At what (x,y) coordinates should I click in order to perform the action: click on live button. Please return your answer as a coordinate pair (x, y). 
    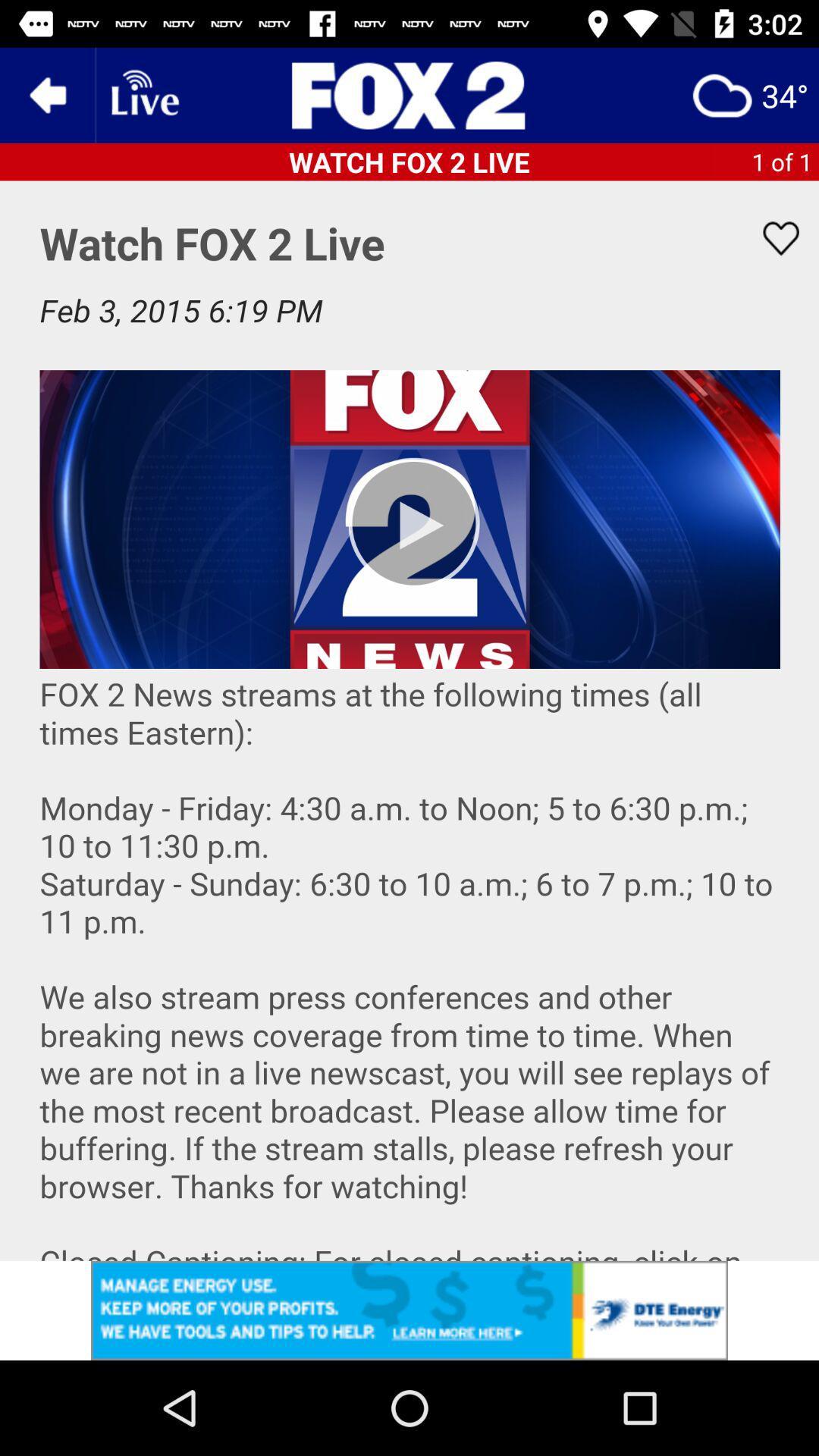
    Looking at the image, I should click on (143, 94).